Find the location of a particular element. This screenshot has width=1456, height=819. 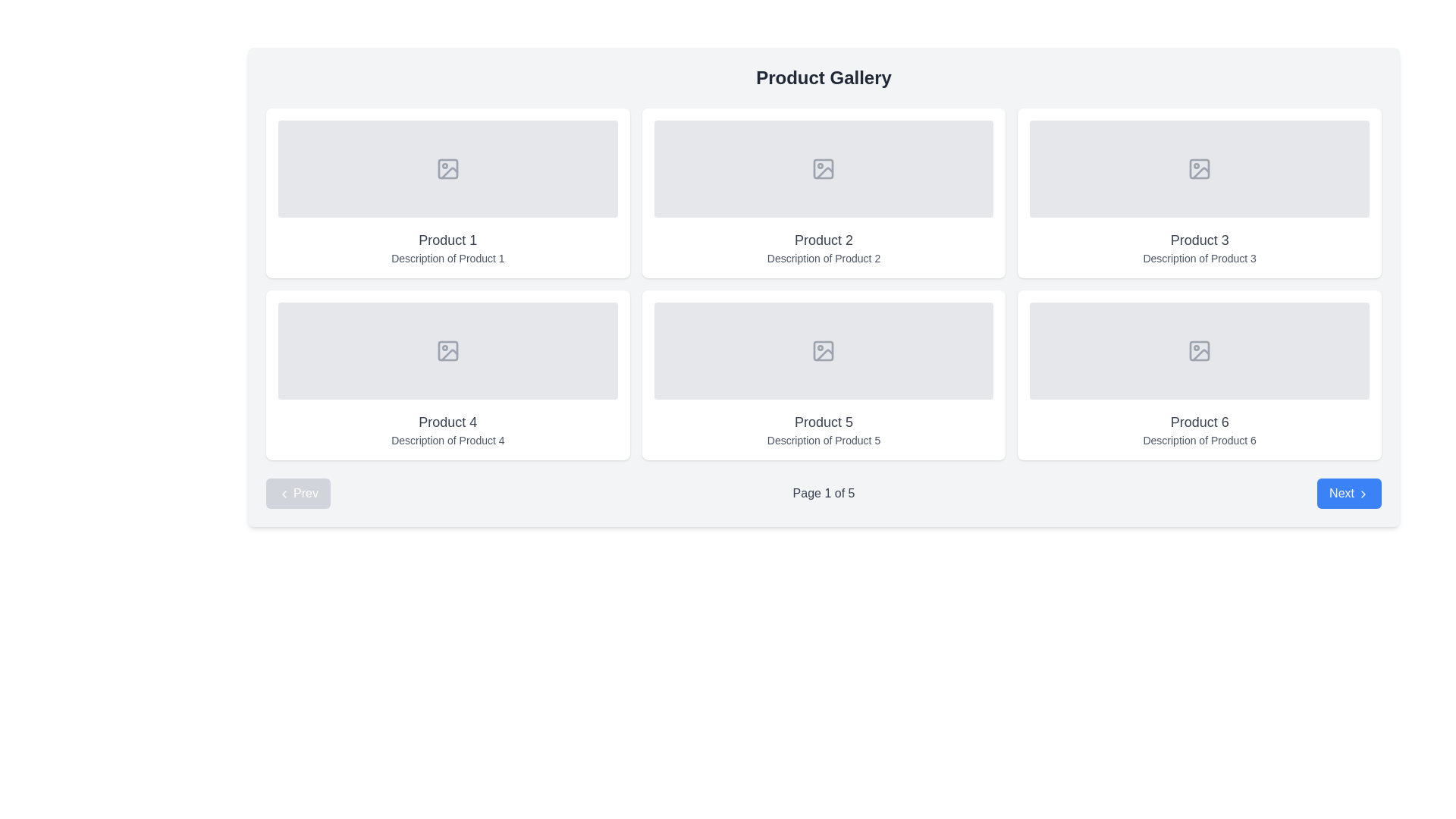

the image area of the product card located in the second row and second column of the product gallery grid to trigger a tooltip is located at coordinates (823, 375).